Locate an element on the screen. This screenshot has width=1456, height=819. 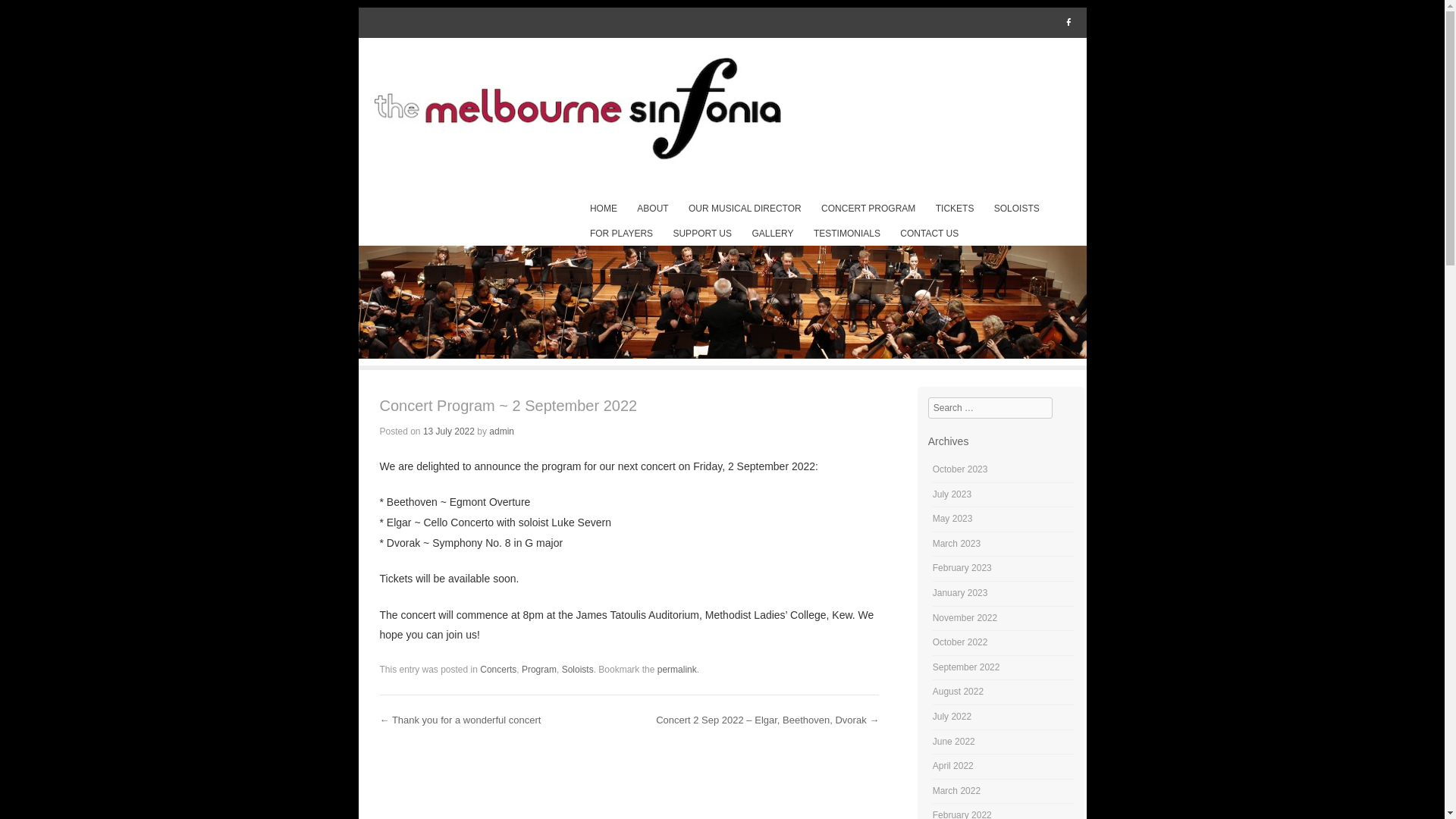
'January 2023' is located at coordinates (959, 592).